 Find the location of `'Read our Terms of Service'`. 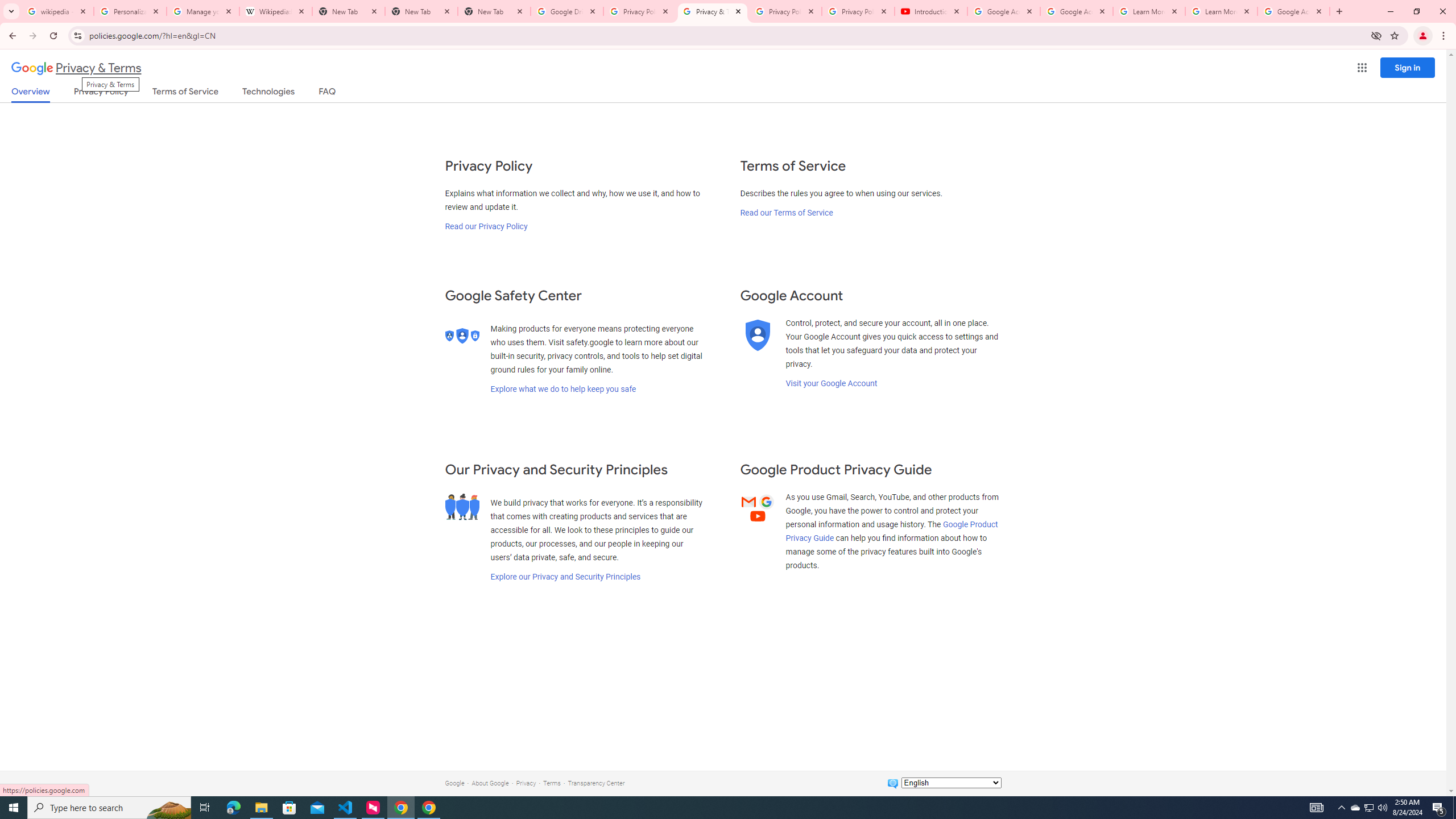

'Read our Terms of Service' is located at coordinates (785, 212).